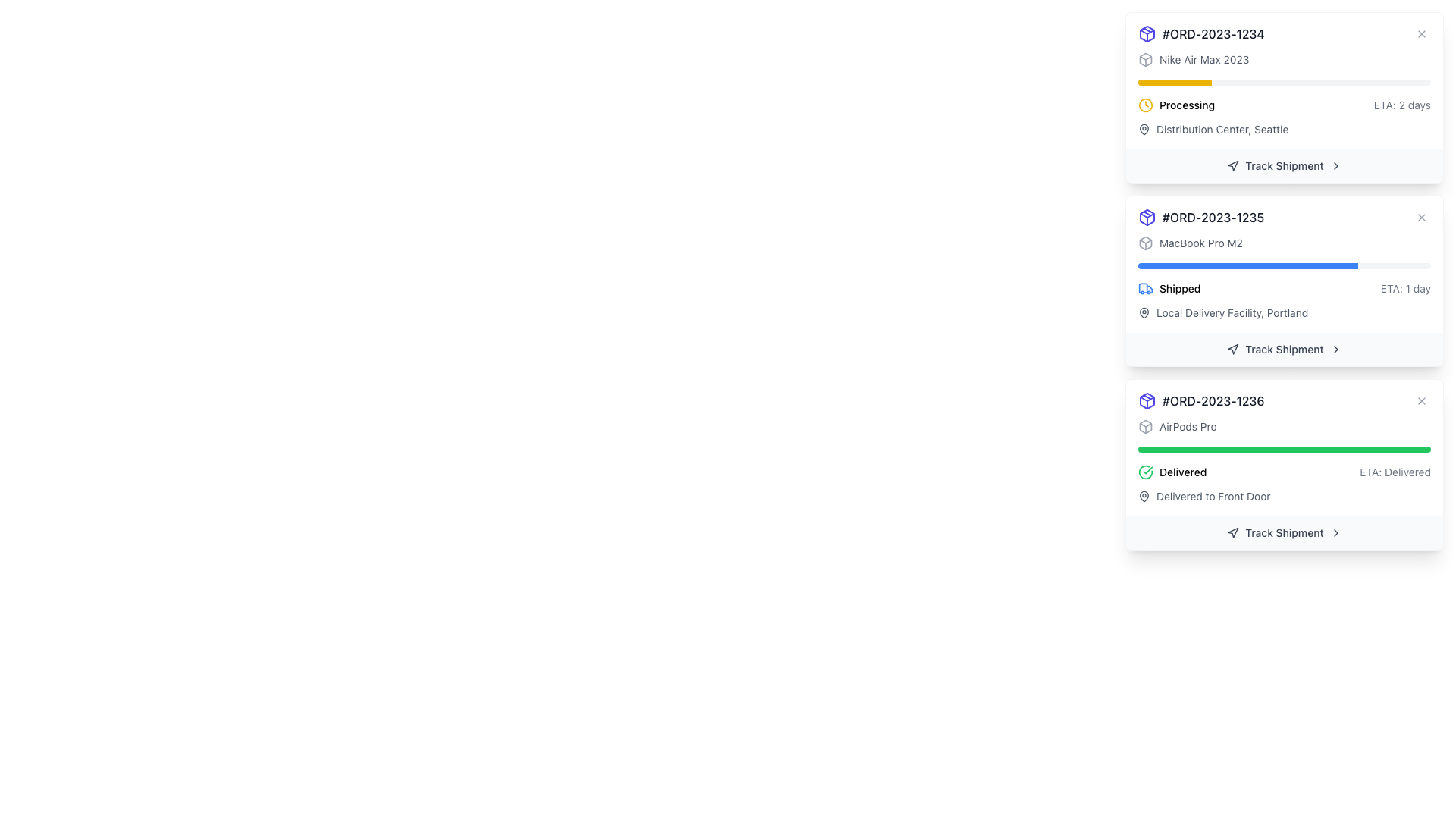 The width and height of the screenshot is (1456, 819). Describe the element at coordinates (1147, 400) in the screenshot. I see `the blue outlined package icon located at the top-left corner of the card with the heading '#ORD-2023-1235'` at that location.